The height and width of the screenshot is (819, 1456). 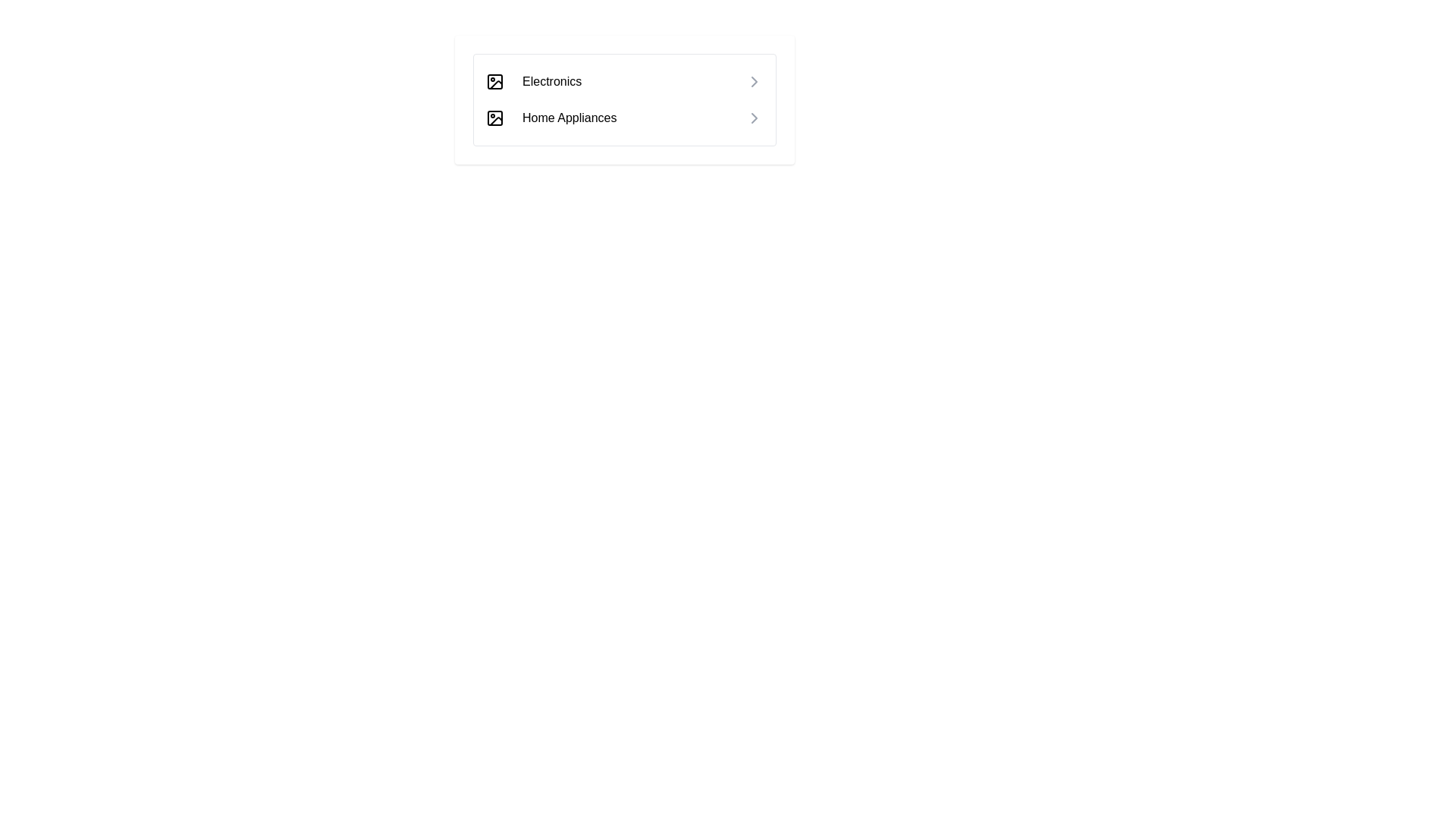 I want to click on the navigation icon for 'Home Appliances' located at the far right side of the row, so click(x=754, y=117).